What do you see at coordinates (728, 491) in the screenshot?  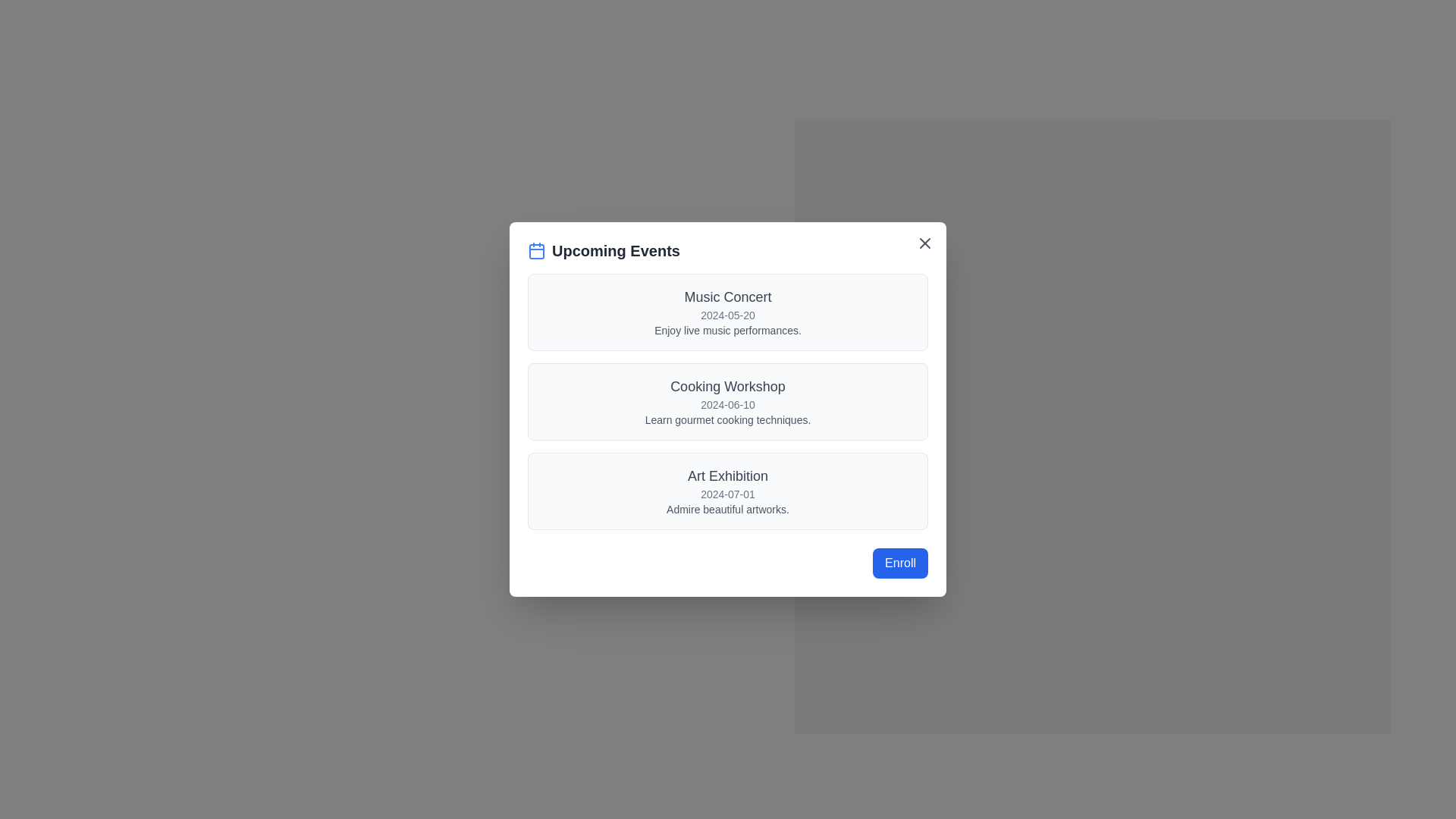 I see `the informational card about the 'Art Exhibition' located in the 'Upcoming Events' section, which is the last entry in the list` at bounding box center [728, 491].